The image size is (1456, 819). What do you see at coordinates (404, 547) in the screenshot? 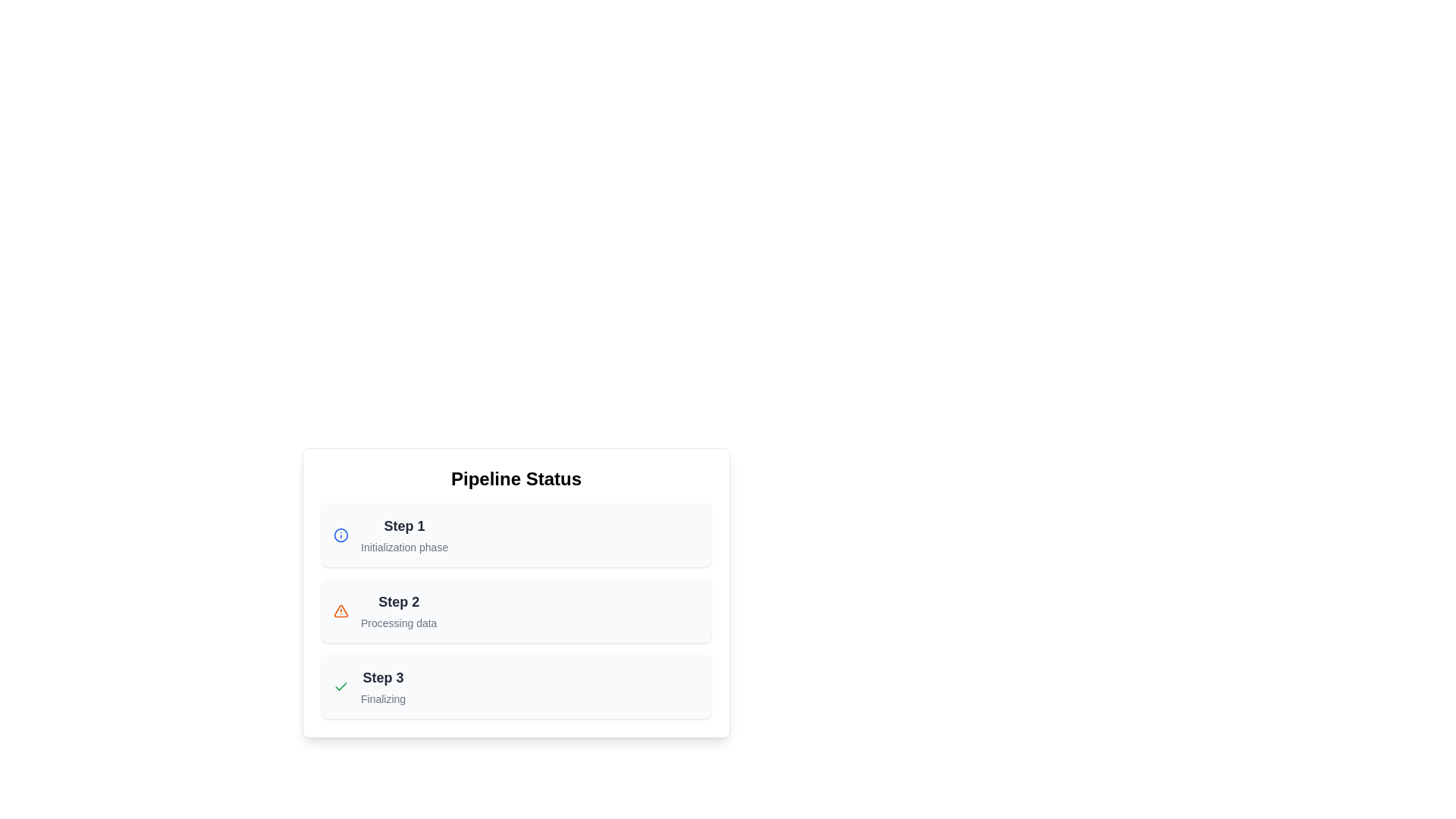
I see `the descriptive Text Label for 'Step 1' which provides information about the current stage of progression` at bounding box center [404, 547].